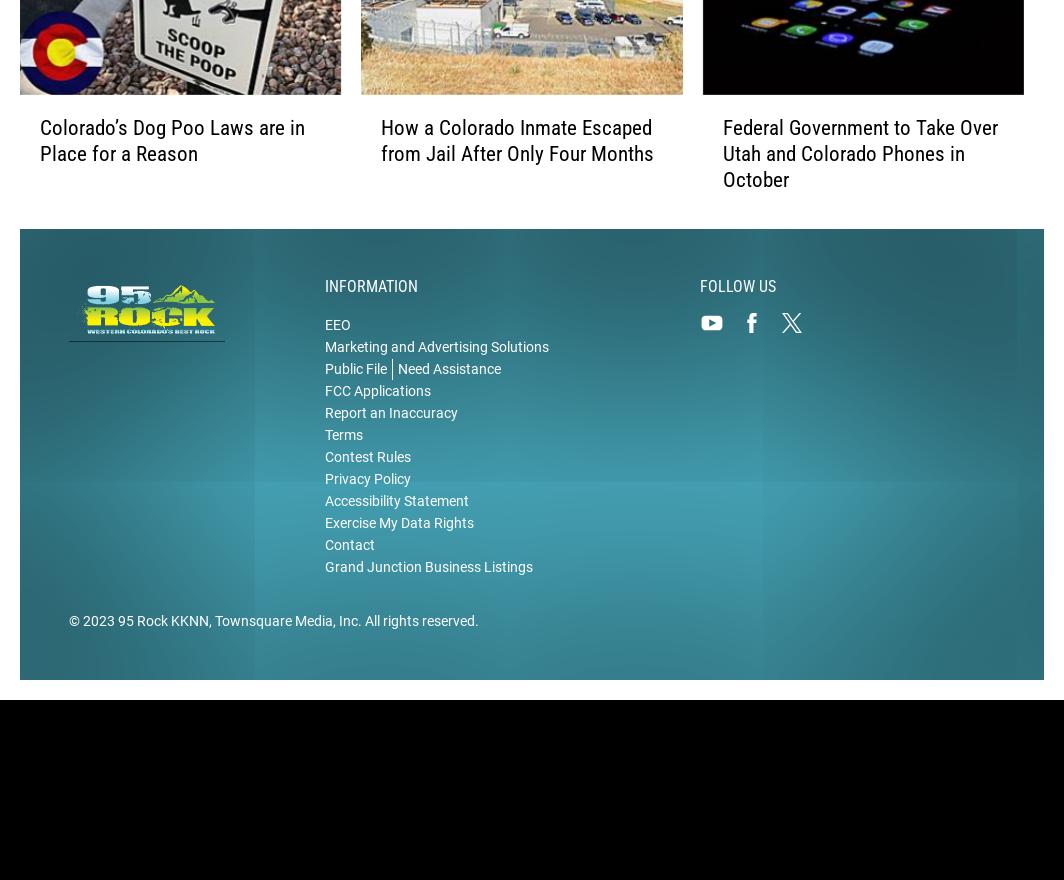 This screenshot has width=1064, height=880. What do you see at coordinates (163, 620) in the screenshot?
I see `'95 Rock KKNN'` at bounding box center [163, 620].